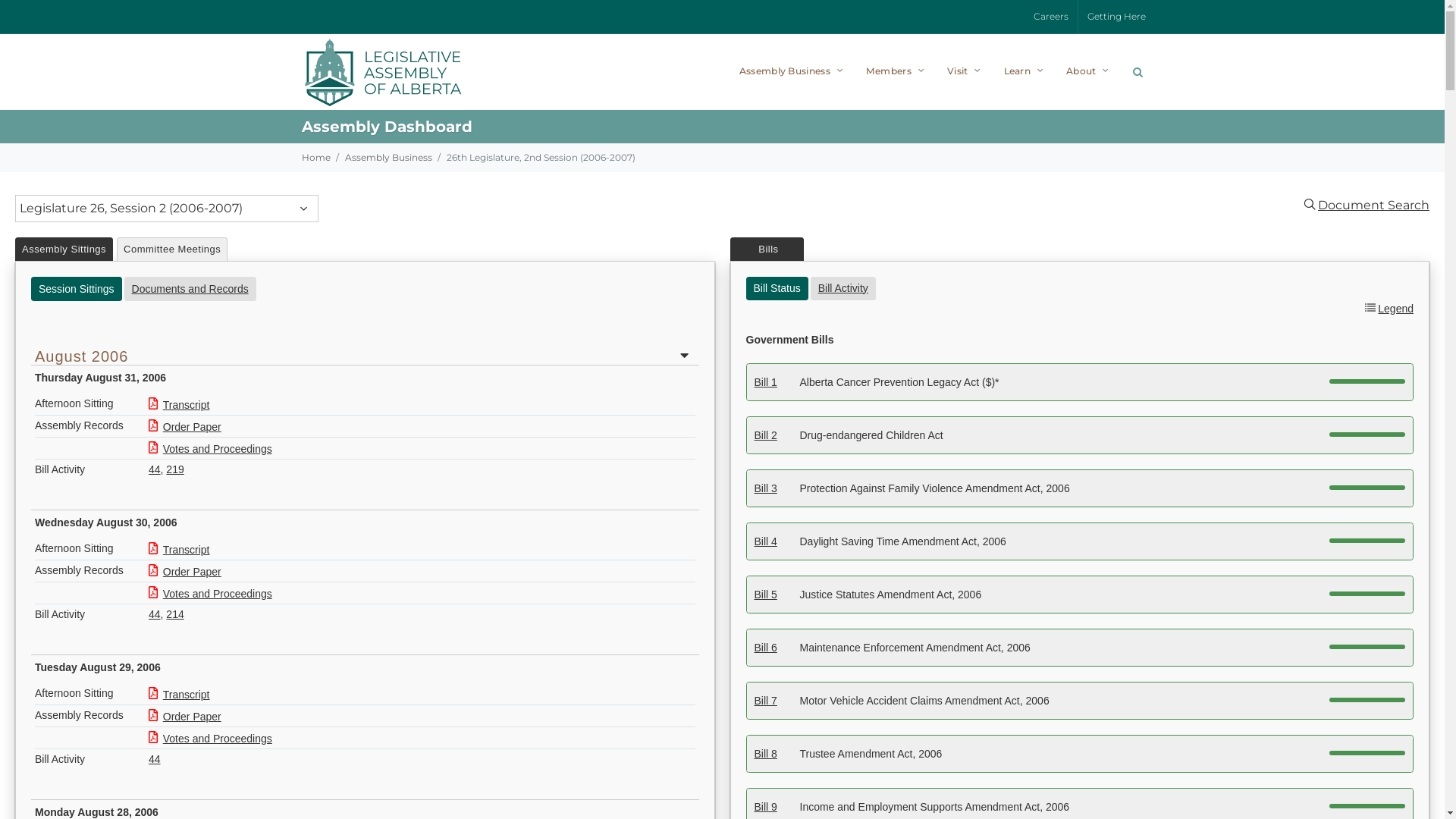 The image size is (1456, 819). Describe the element at coordinates (1025, 71) in the screenshot. I see `'Learn'` at that location.